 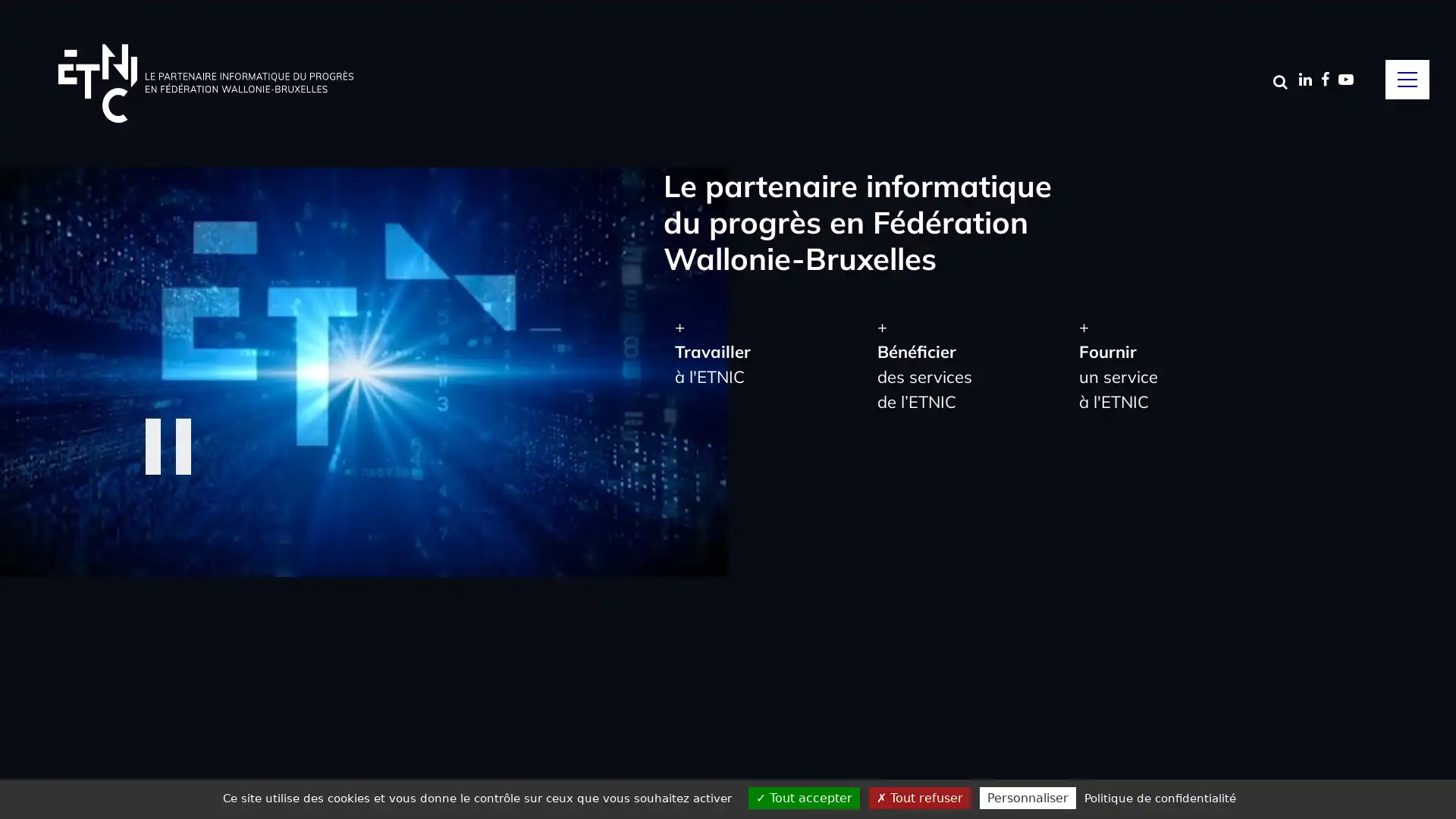 What do you see at coordinates (1159, 797) in the screenshot?
I see `Politique de confidentialite` at bounding box center [1159, 797].